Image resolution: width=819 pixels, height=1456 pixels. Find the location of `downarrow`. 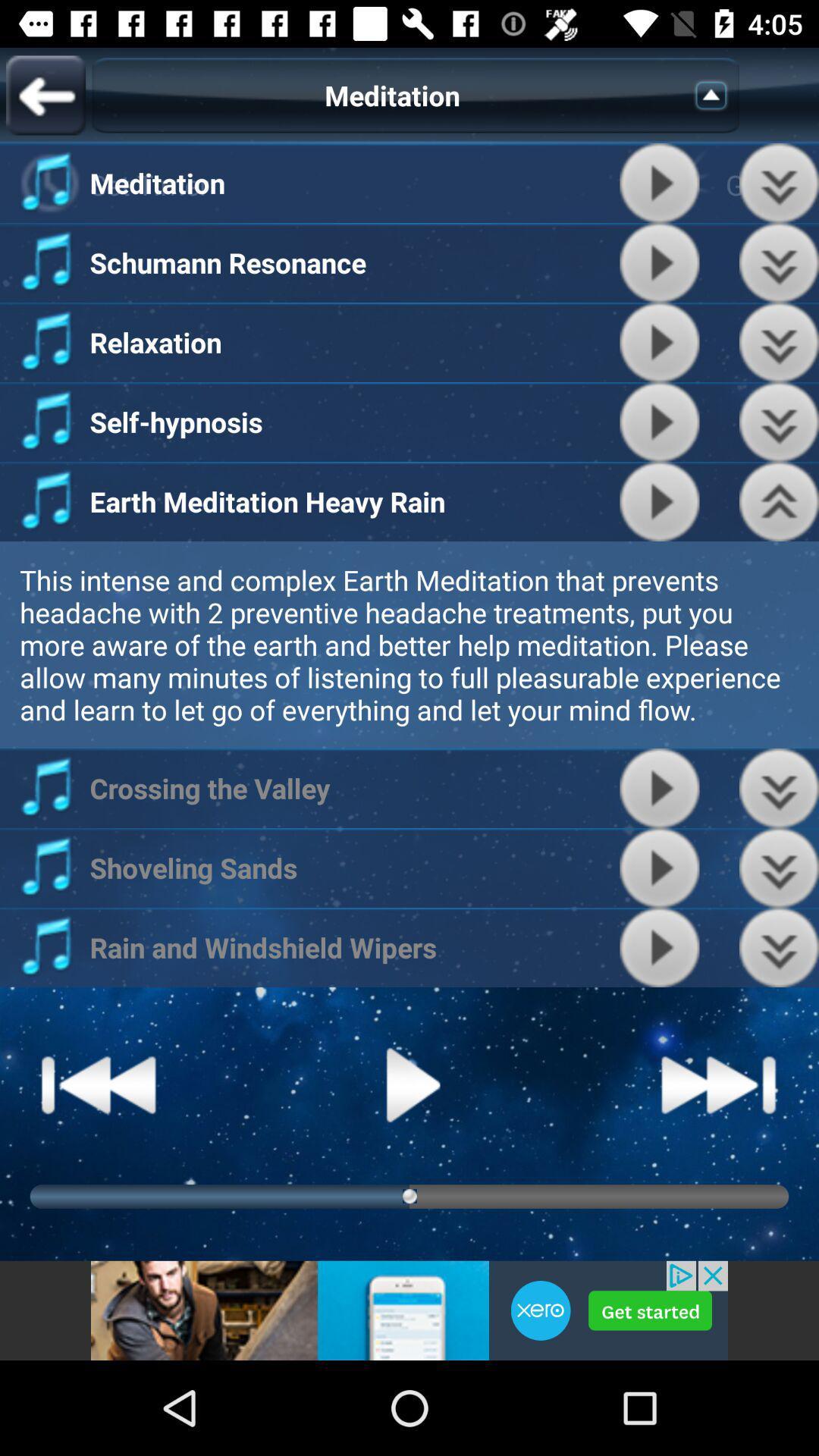

downarrow is located at coordinates (779, 182).